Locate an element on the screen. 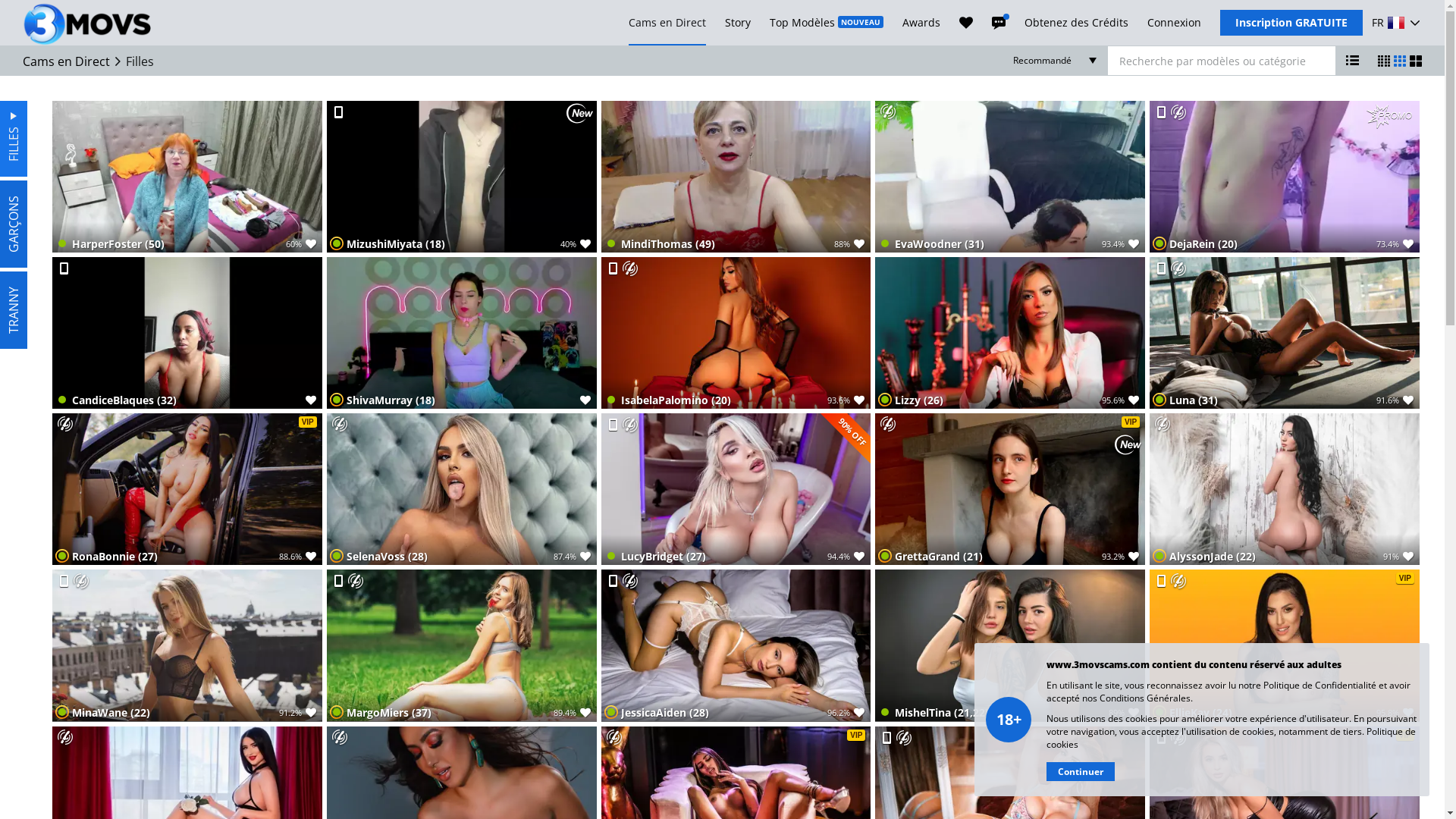  'AlyssonJade (22) is located at coordinates (1284, 488).